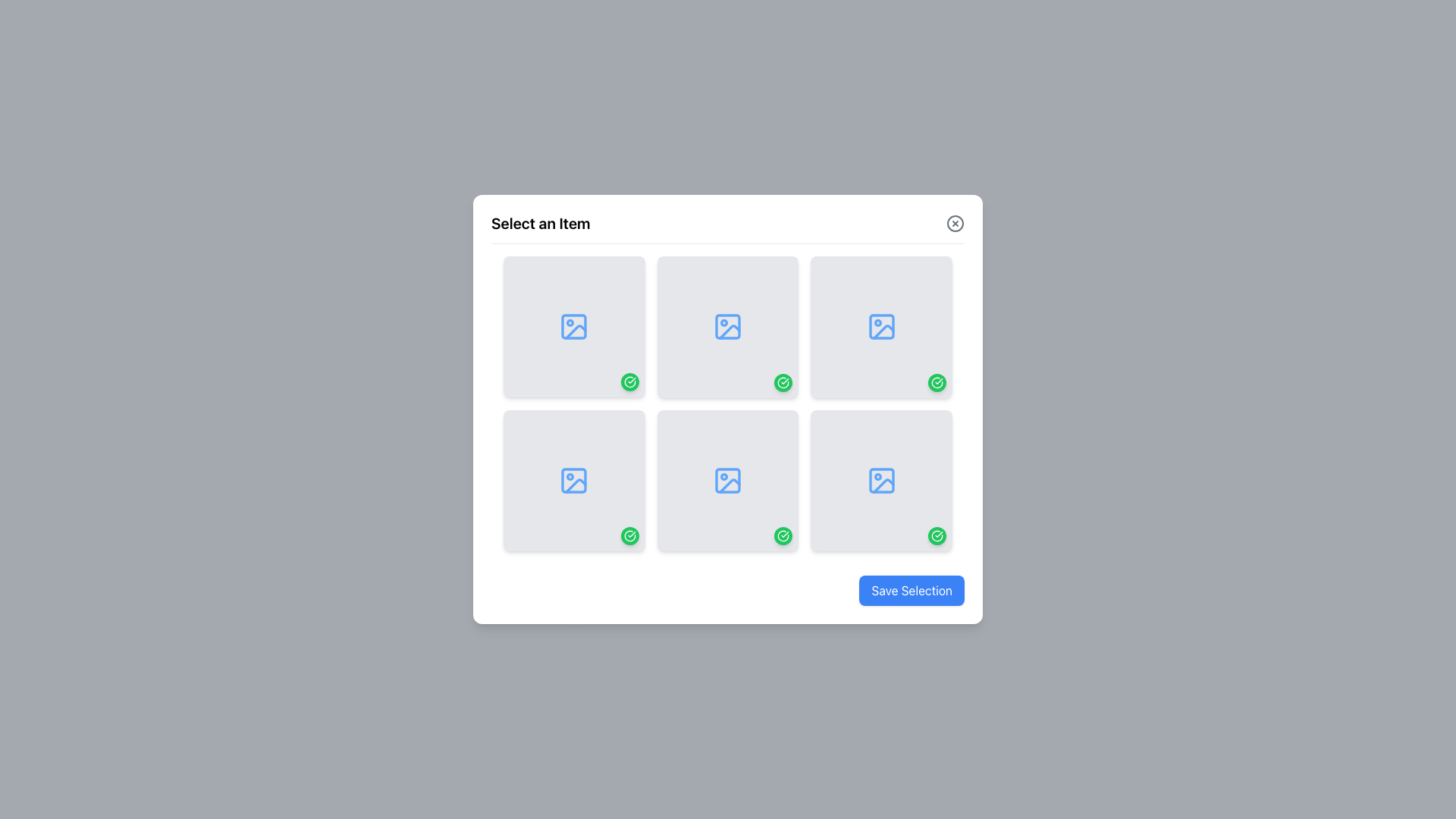  I want to click on the text label that displays 'Select an Item' in bold, larger font style located in the top-left area of the dialog box, so click(541, 223).